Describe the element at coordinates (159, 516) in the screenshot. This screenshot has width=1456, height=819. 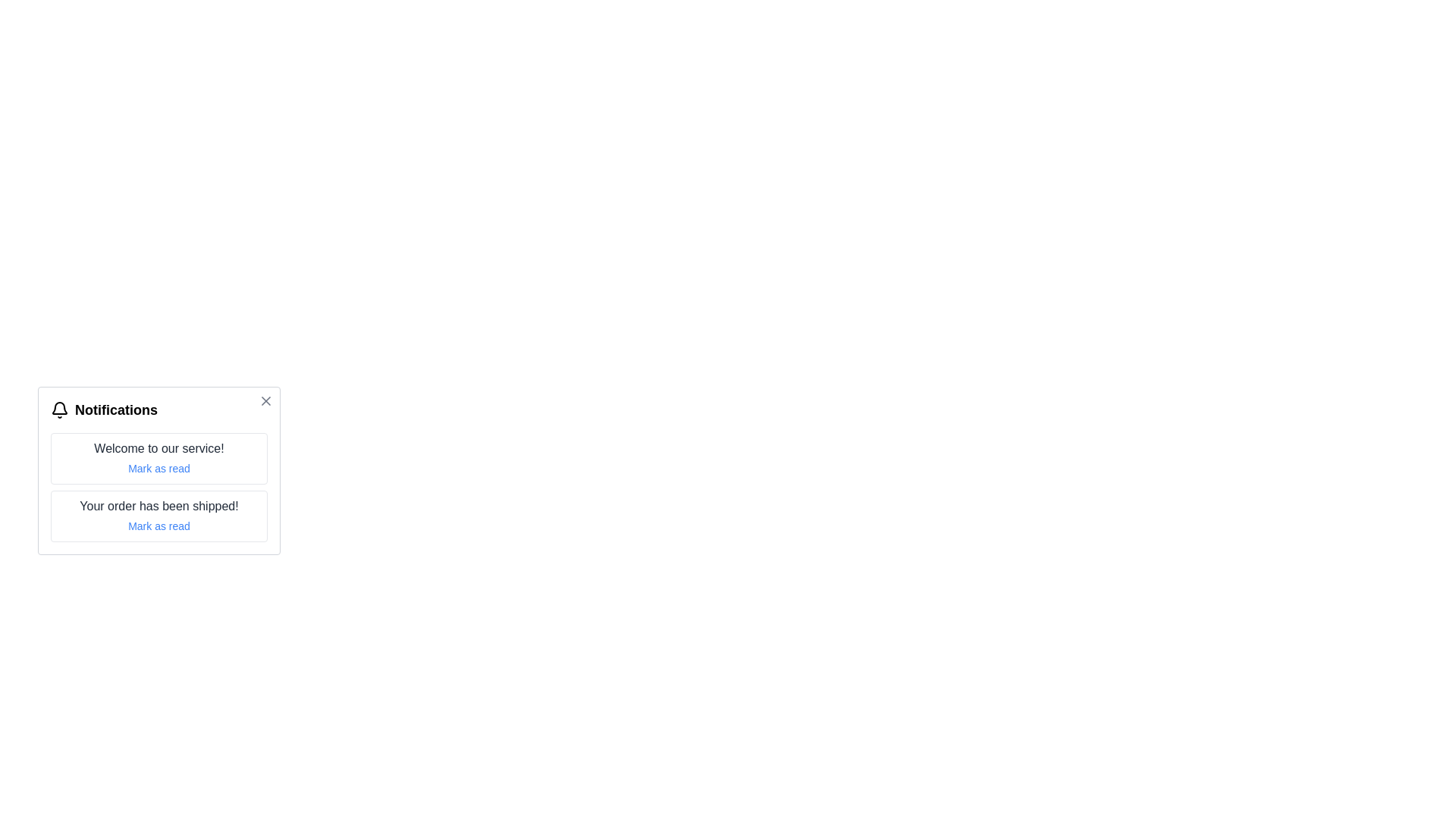
I see `the 'Mark as read' actionable text in the notification box with the message 'Your order has been shipped!' to mark it as acknowledged` at that location.